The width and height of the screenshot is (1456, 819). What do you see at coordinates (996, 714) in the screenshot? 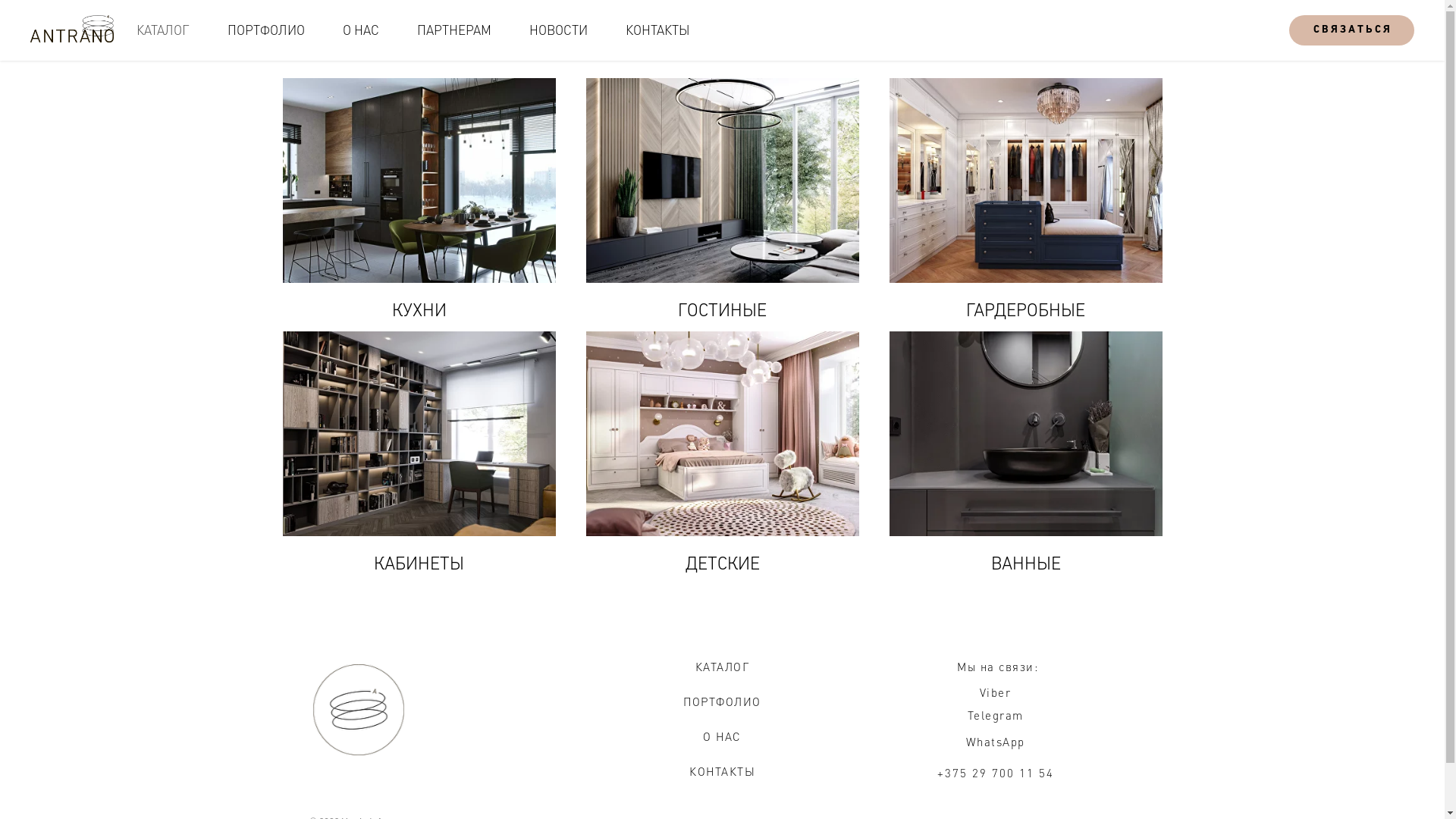
I see `'Telegram'` at bounding box center [996, 714].